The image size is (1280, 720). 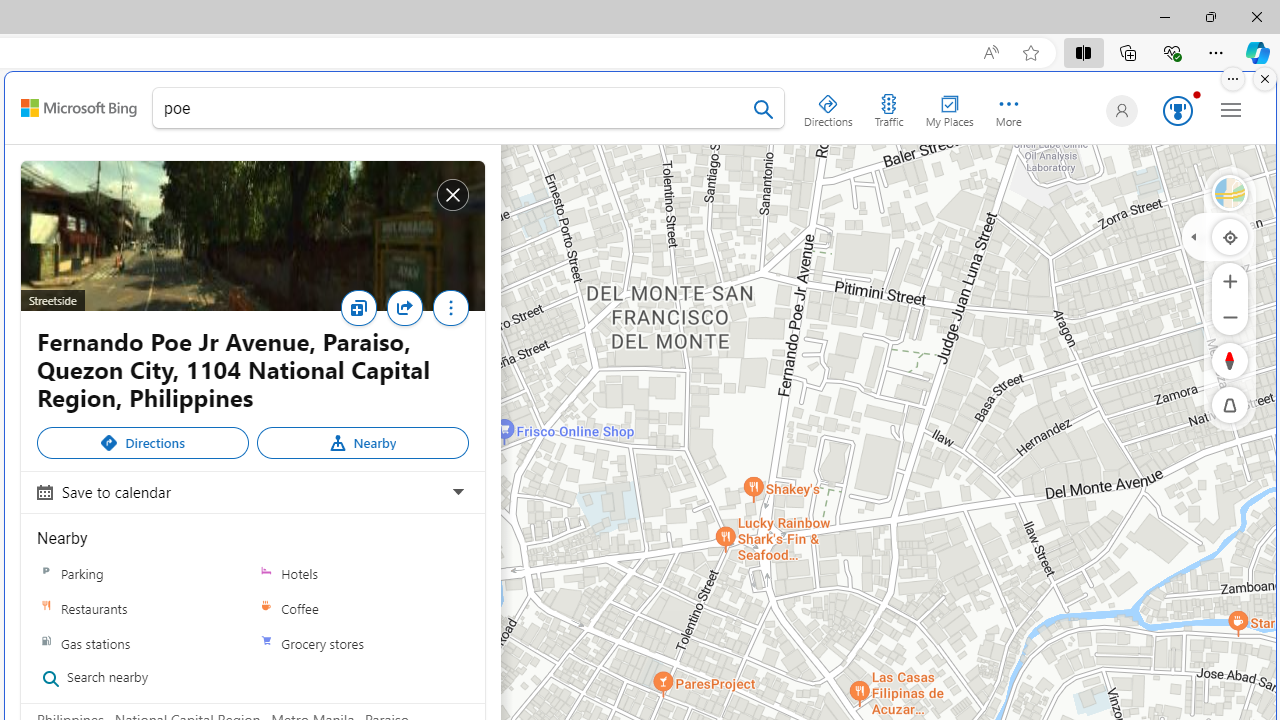 I want to click on 'Coffee', so click(x=265, y=608).